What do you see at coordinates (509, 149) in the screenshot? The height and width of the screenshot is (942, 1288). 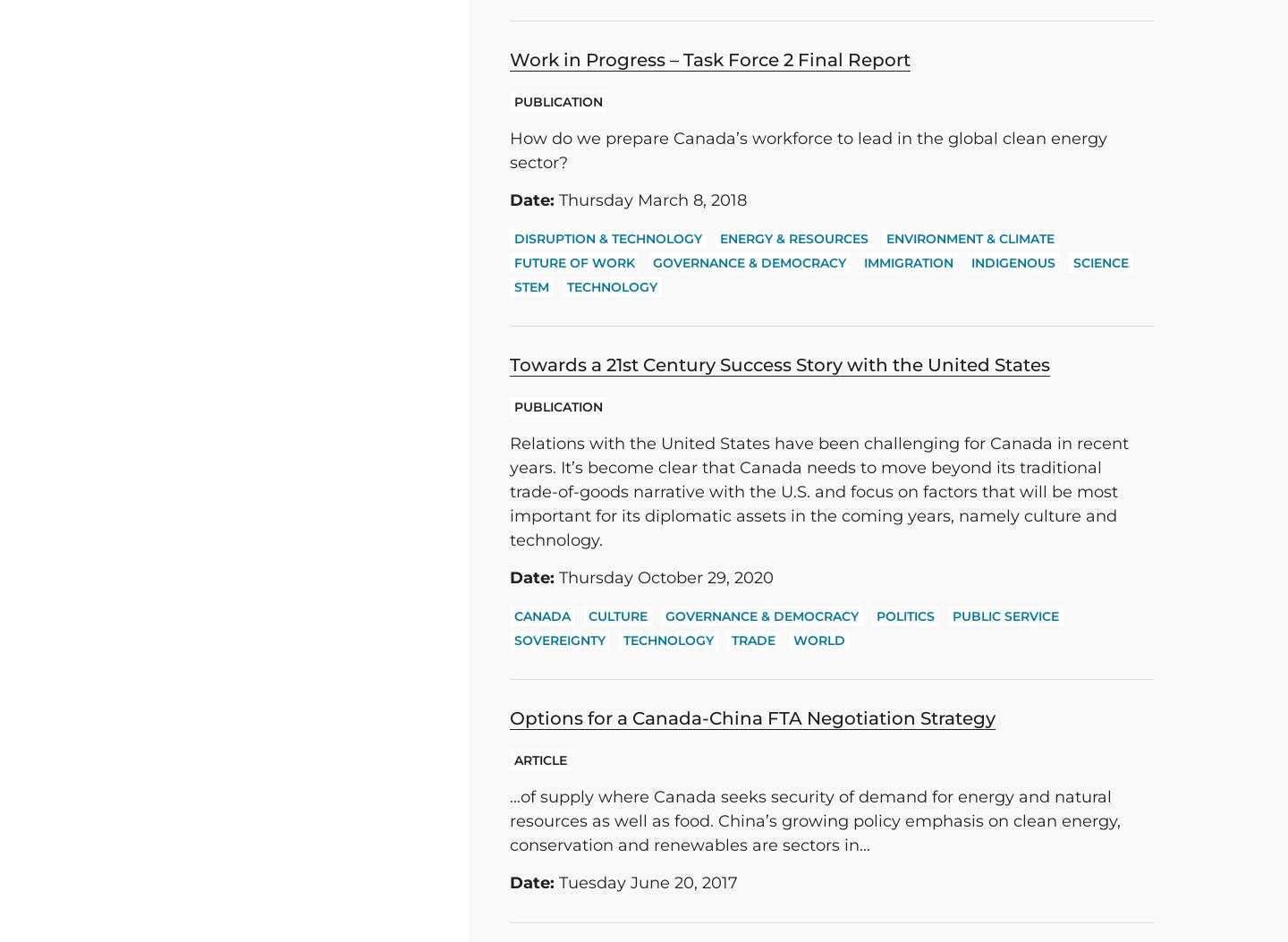 I see `'How do we prepare Canada’s workforce to lead in the global clean energy sector?'` at bounding box center [509, 149].